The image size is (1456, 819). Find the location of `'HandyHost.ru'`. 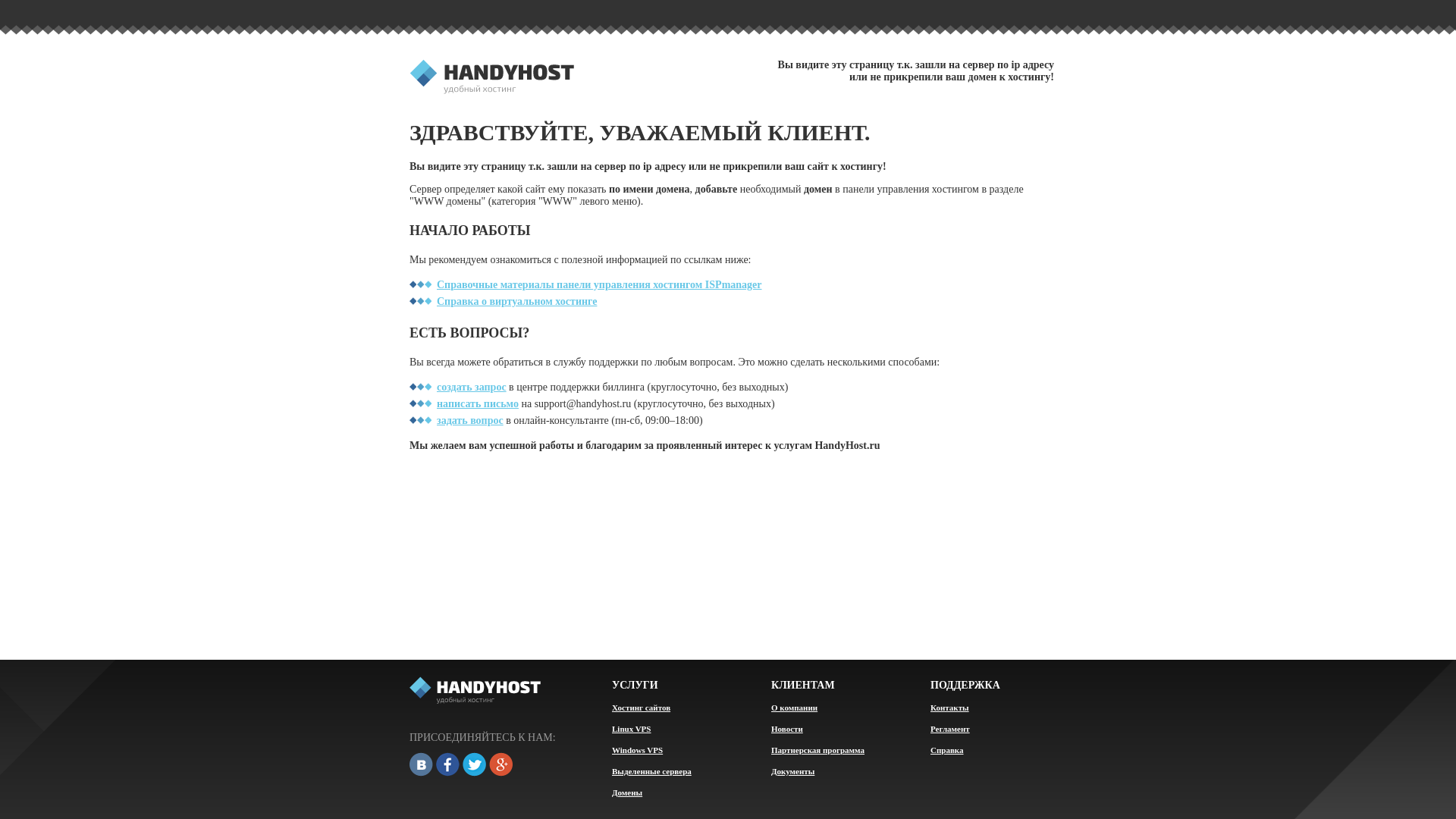

'HandyHost.ru' is located at coordinates (491, 78).